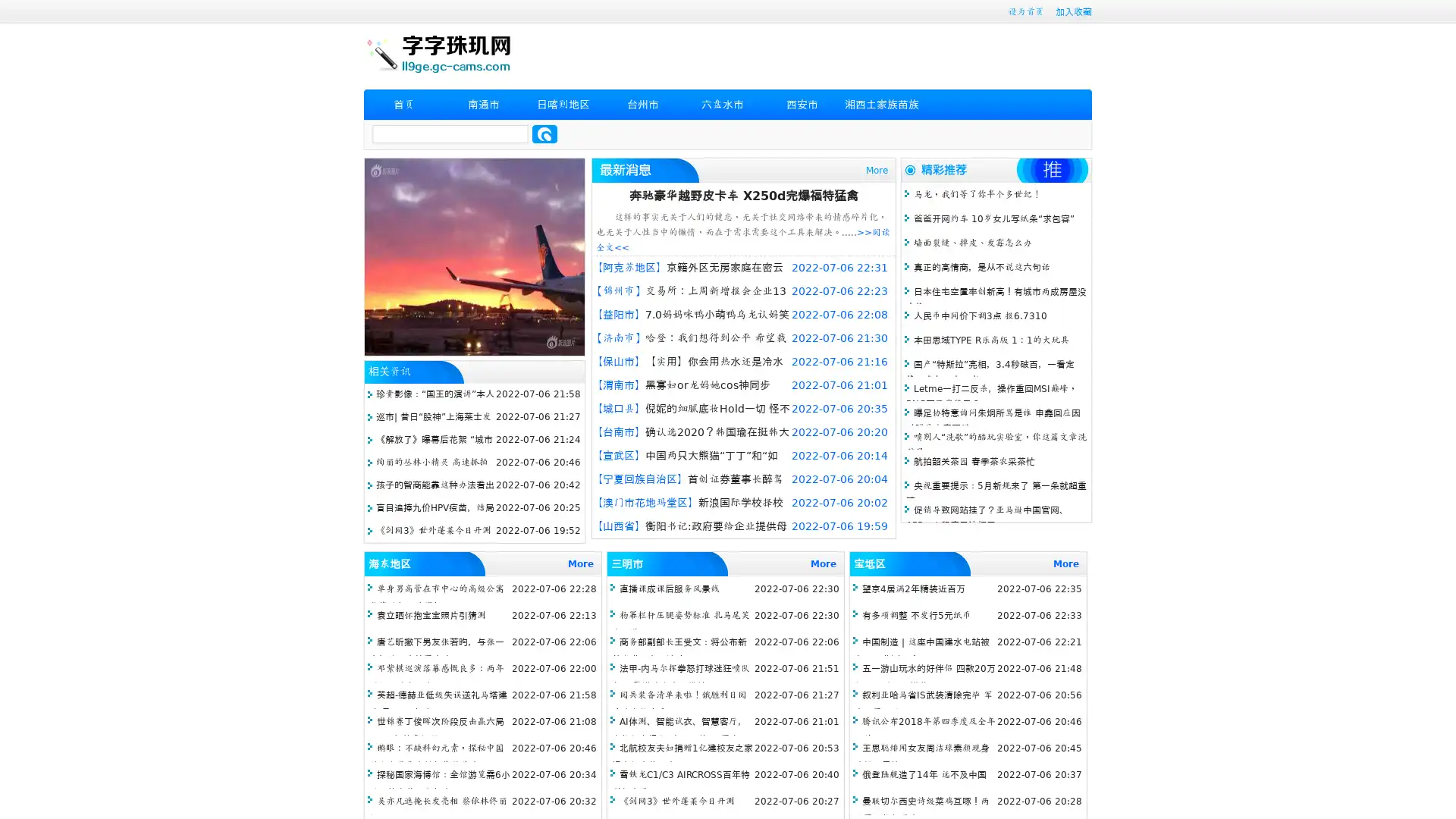  I want to click on Search, so click(544, 133).